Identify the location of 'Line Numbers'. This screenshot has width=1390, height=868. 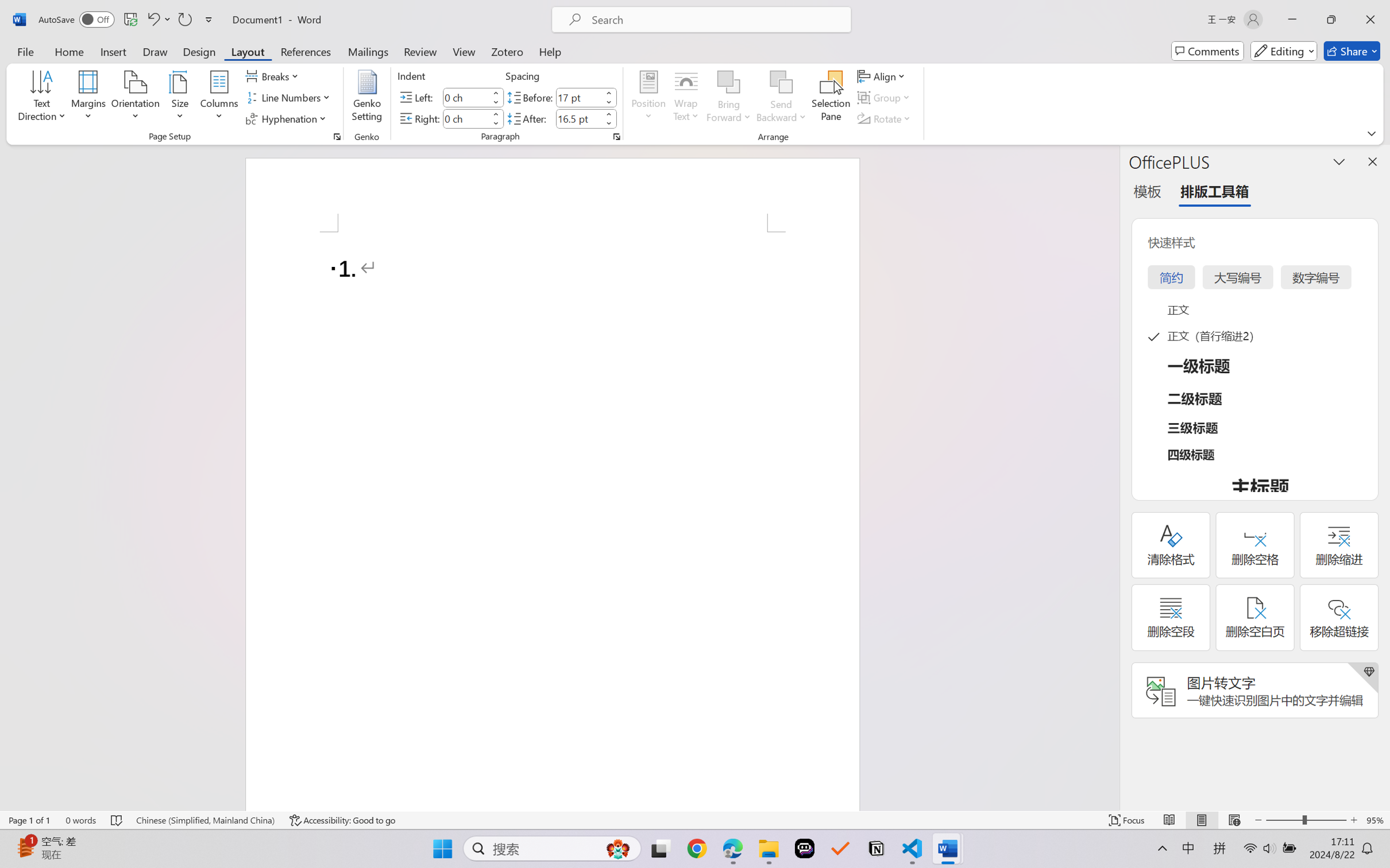
(289, 98).